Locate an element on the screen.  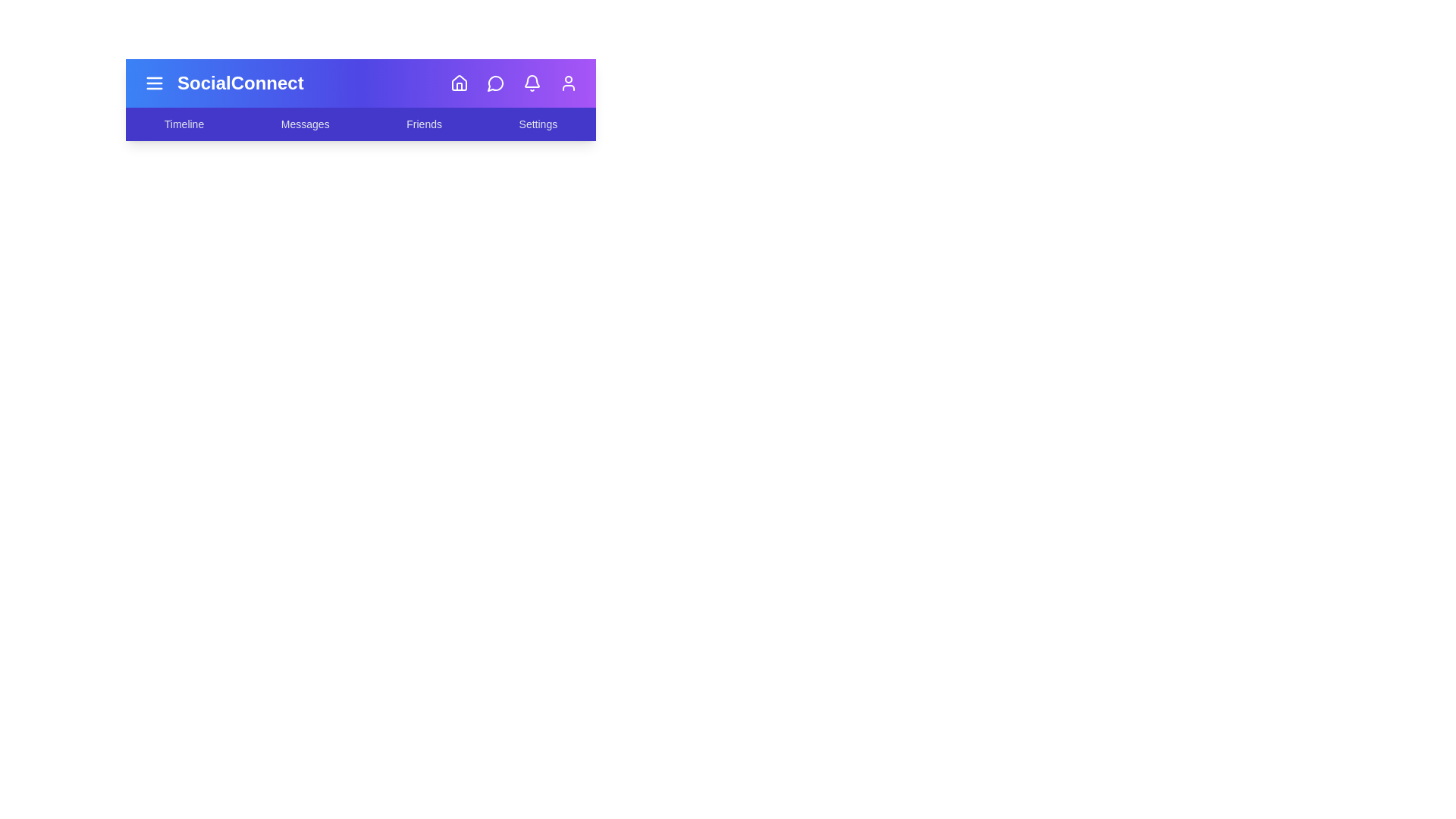
the Friends Menu to observe visual effects is located at coordinates (423, 124).